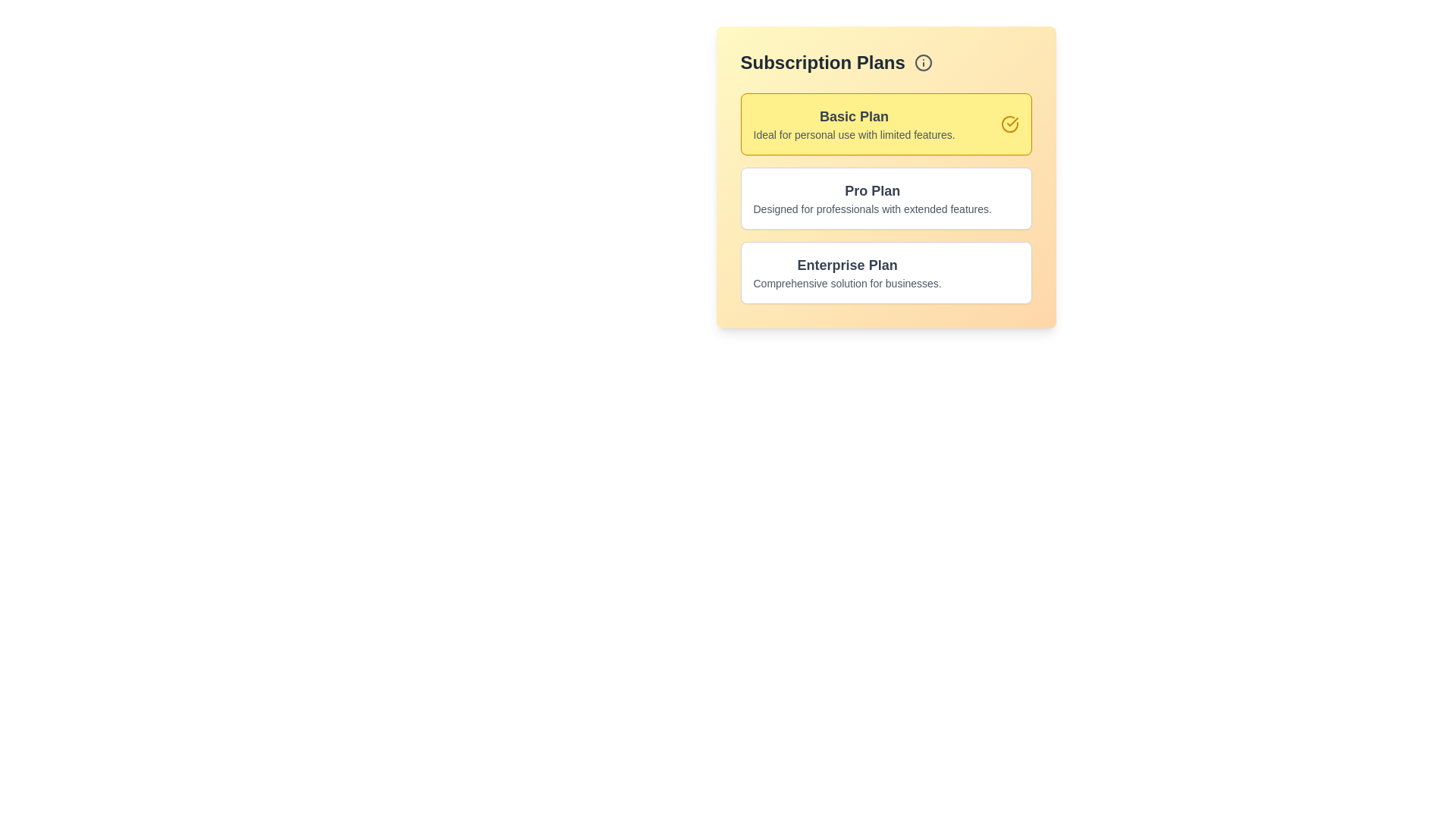 This screenshot has width=1456, height=819. I want to click on the 'Pro Plan' Information Card, which is a rectangular panel with a white background and grey border, located in the middle of the three options, so click(886, 198).